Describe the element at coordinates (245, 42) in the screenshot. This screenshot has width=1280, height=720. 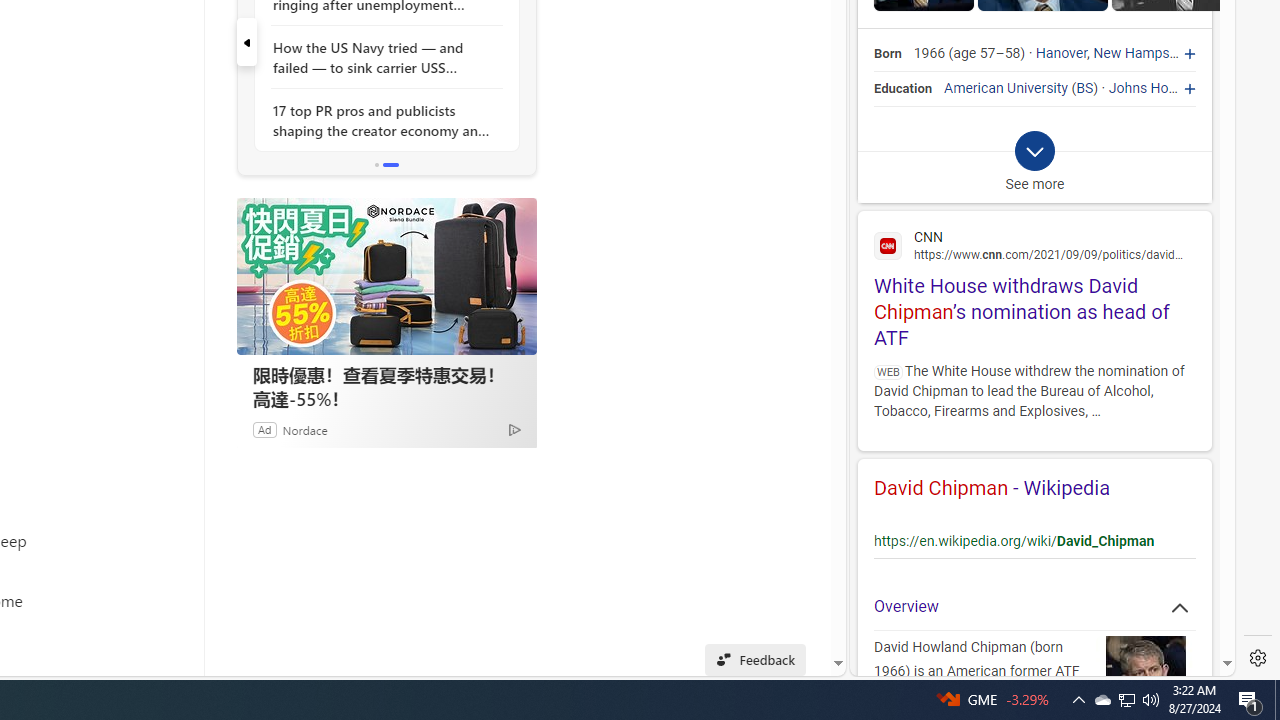
I see `'previous'` at that location.